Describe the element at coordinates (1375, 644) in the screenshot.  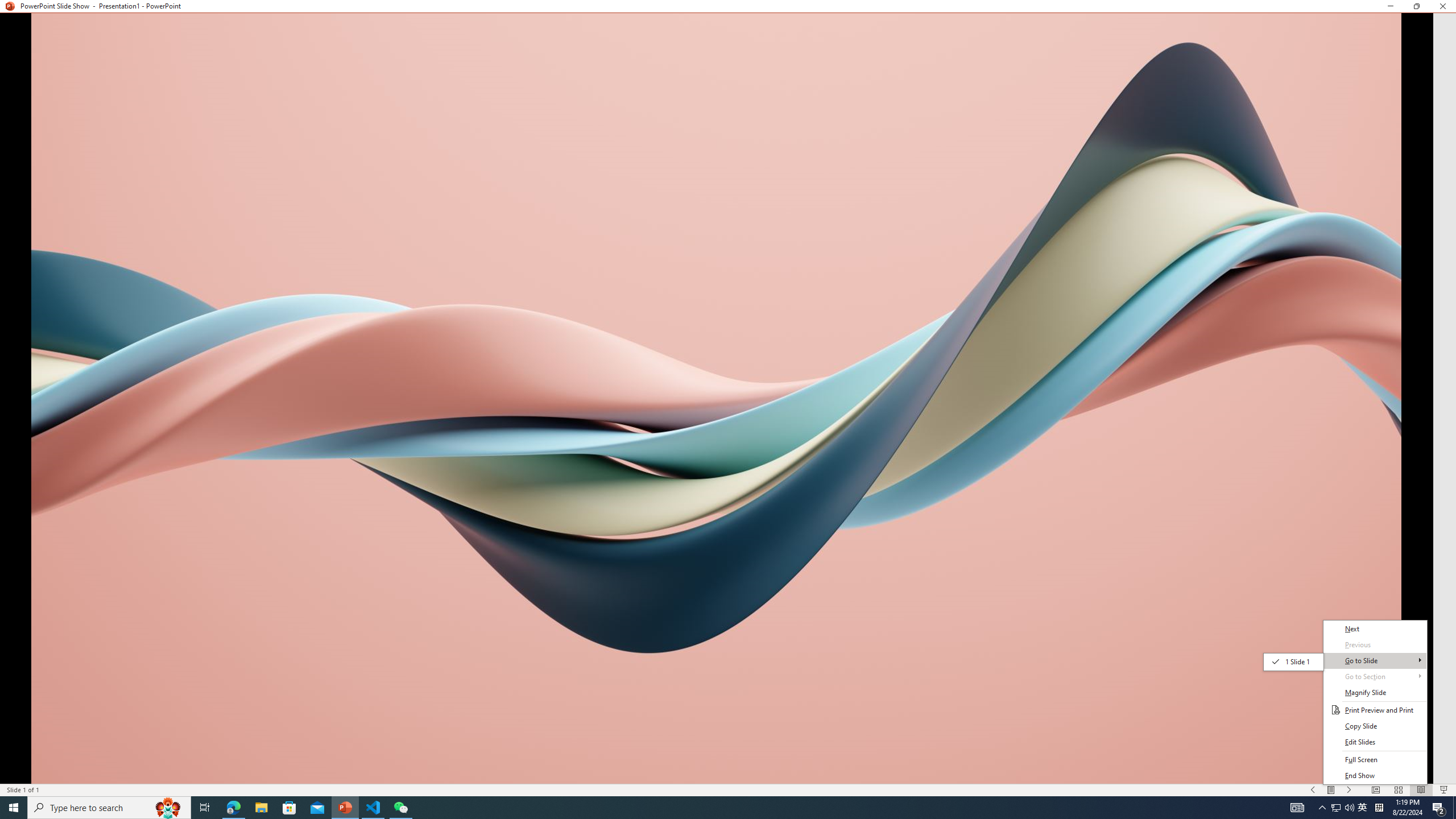
I see `'Previous'` at that location.